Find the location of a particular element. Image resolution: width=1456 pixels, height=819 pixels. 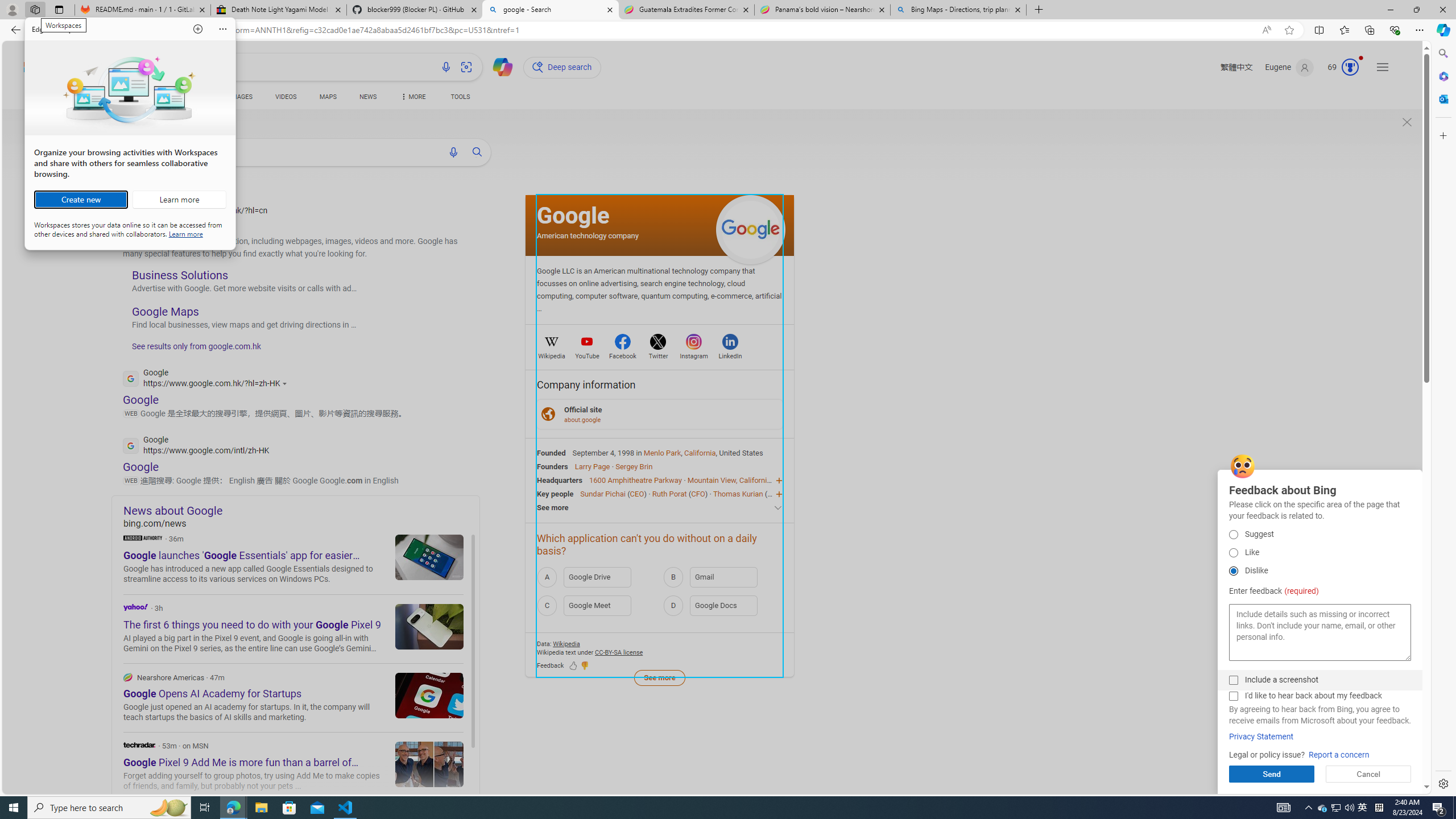

'I' is located at coordinates (1233, 696).